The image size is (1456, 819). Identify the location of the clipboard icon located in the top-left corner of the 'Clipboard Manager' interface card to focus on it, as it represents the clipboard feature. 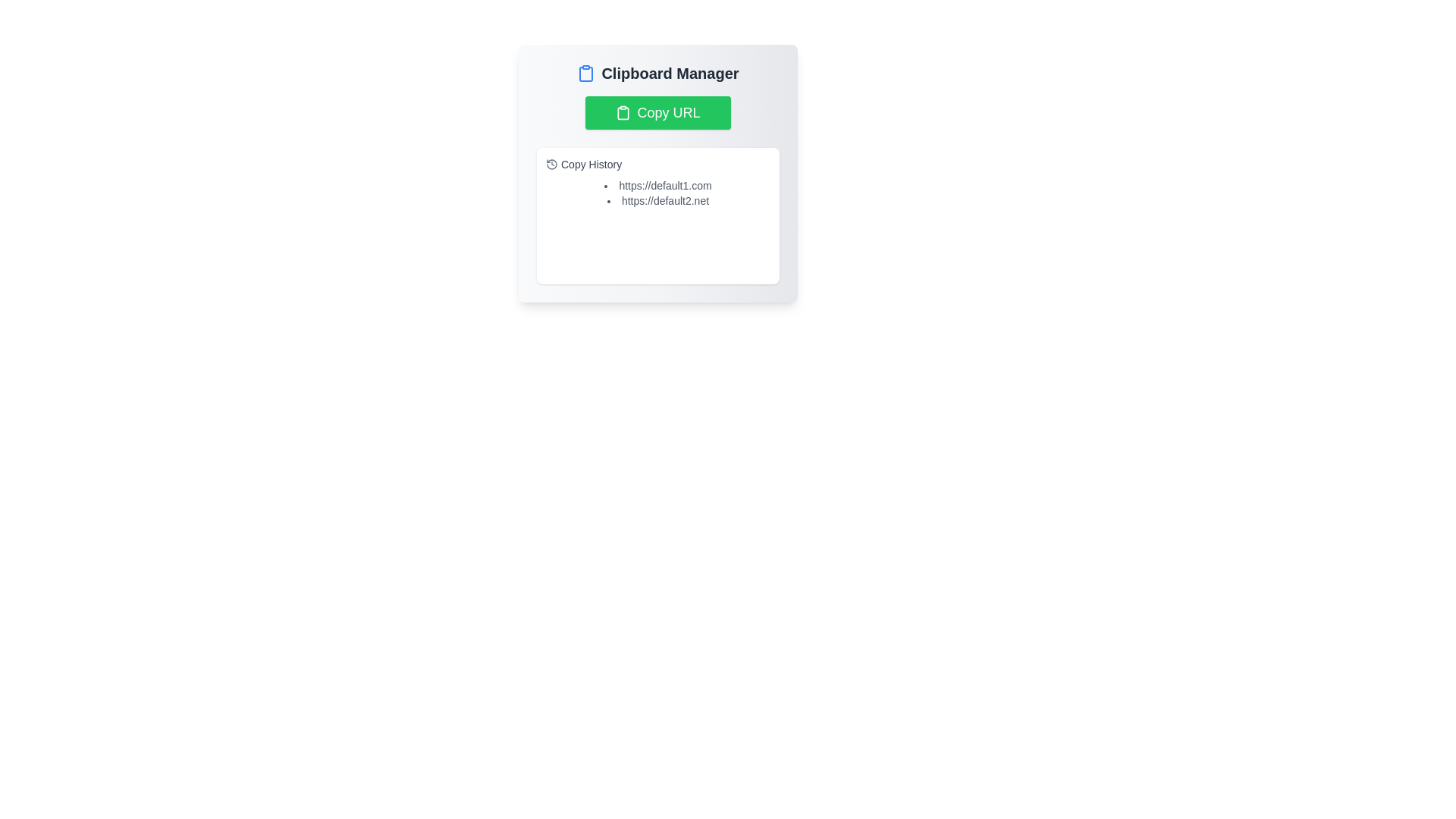
(585, 74).